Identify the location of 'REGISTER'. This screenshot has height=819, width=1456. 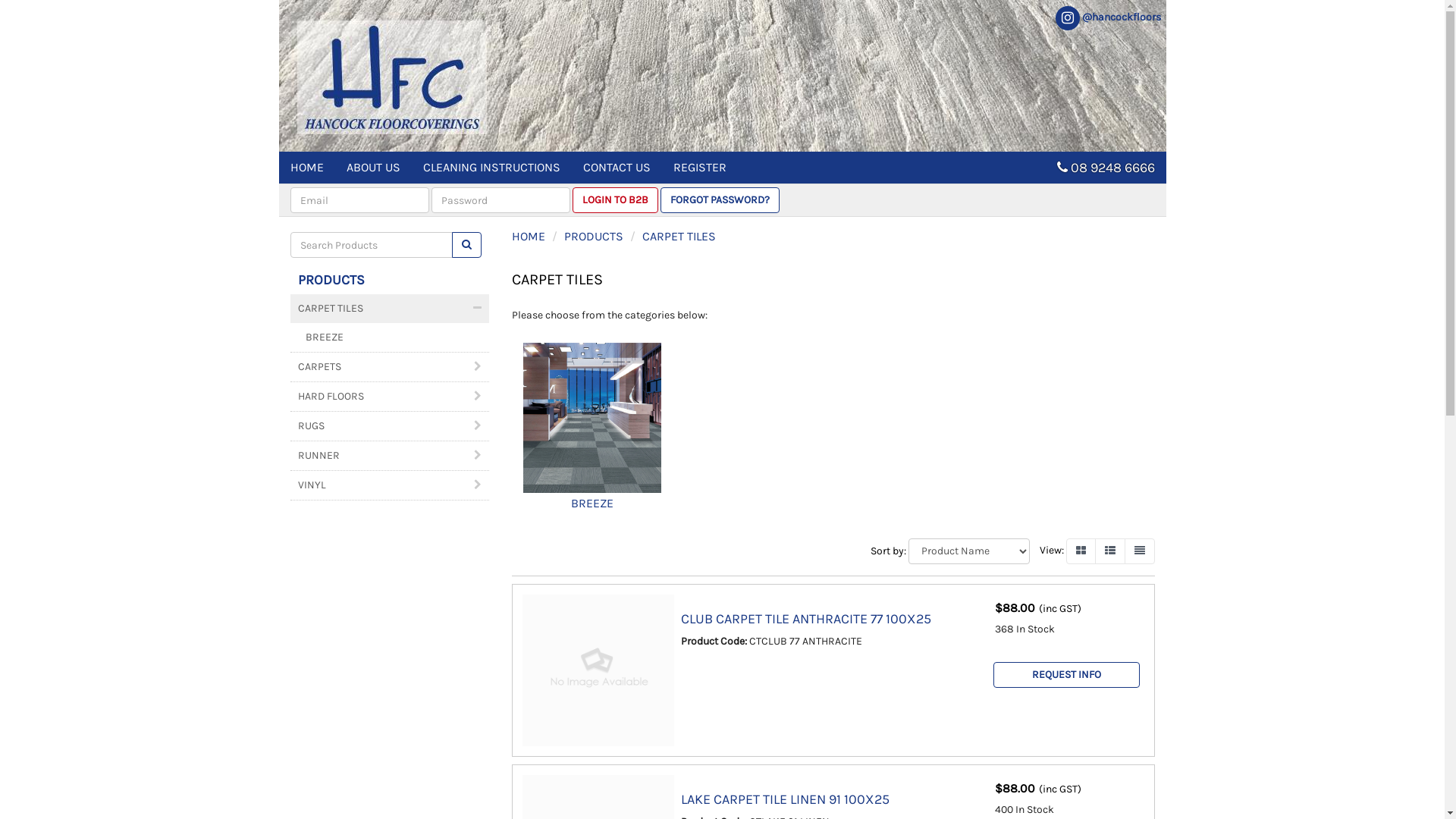
(698, 167).